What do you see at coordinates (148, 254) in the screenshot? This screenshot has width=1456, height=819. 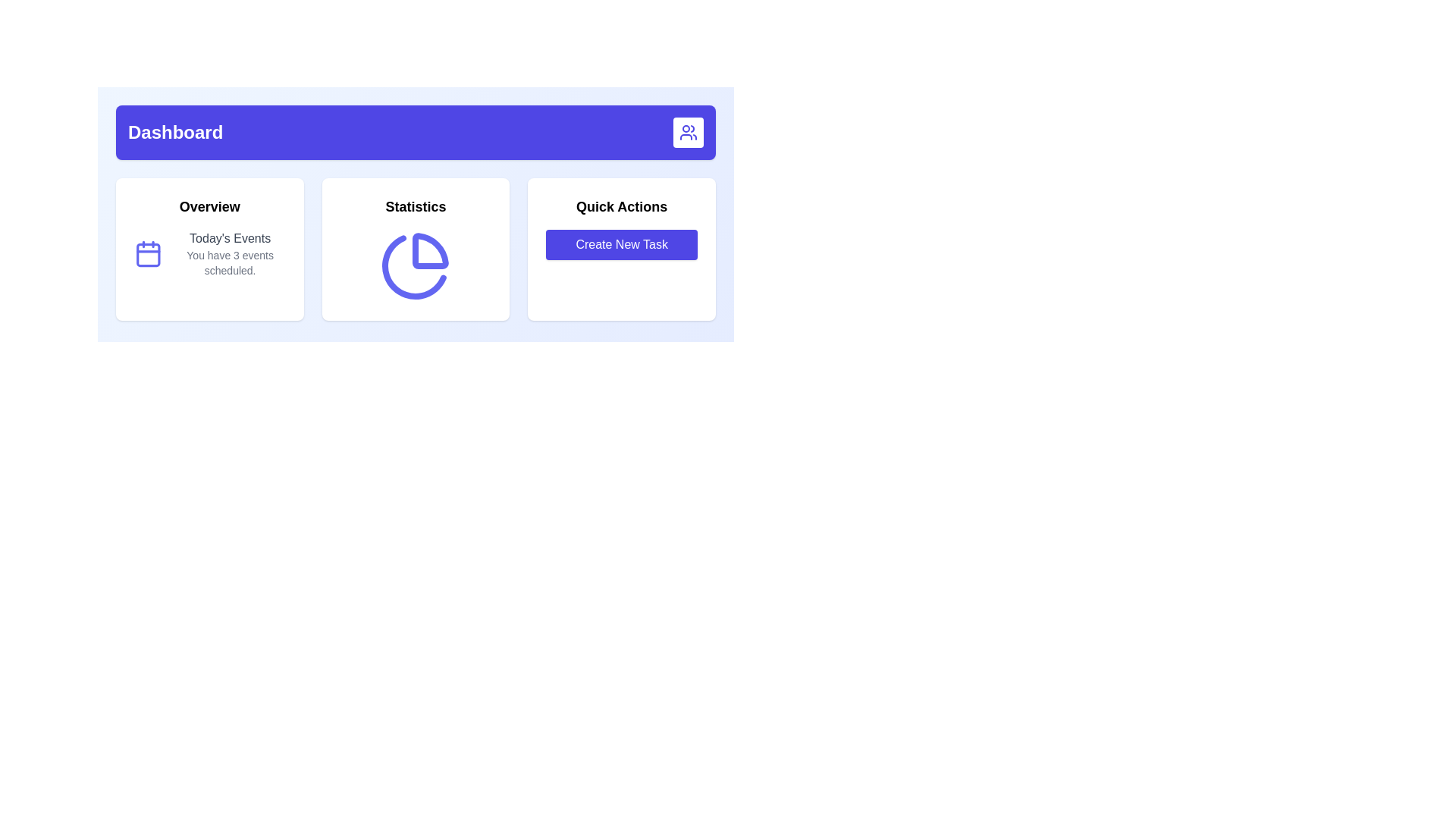 I see `the vivid purple rectangle that is part of the calendar icon located under the 'Overview' title on the dashboard interface` at bounding box center [148, 254].